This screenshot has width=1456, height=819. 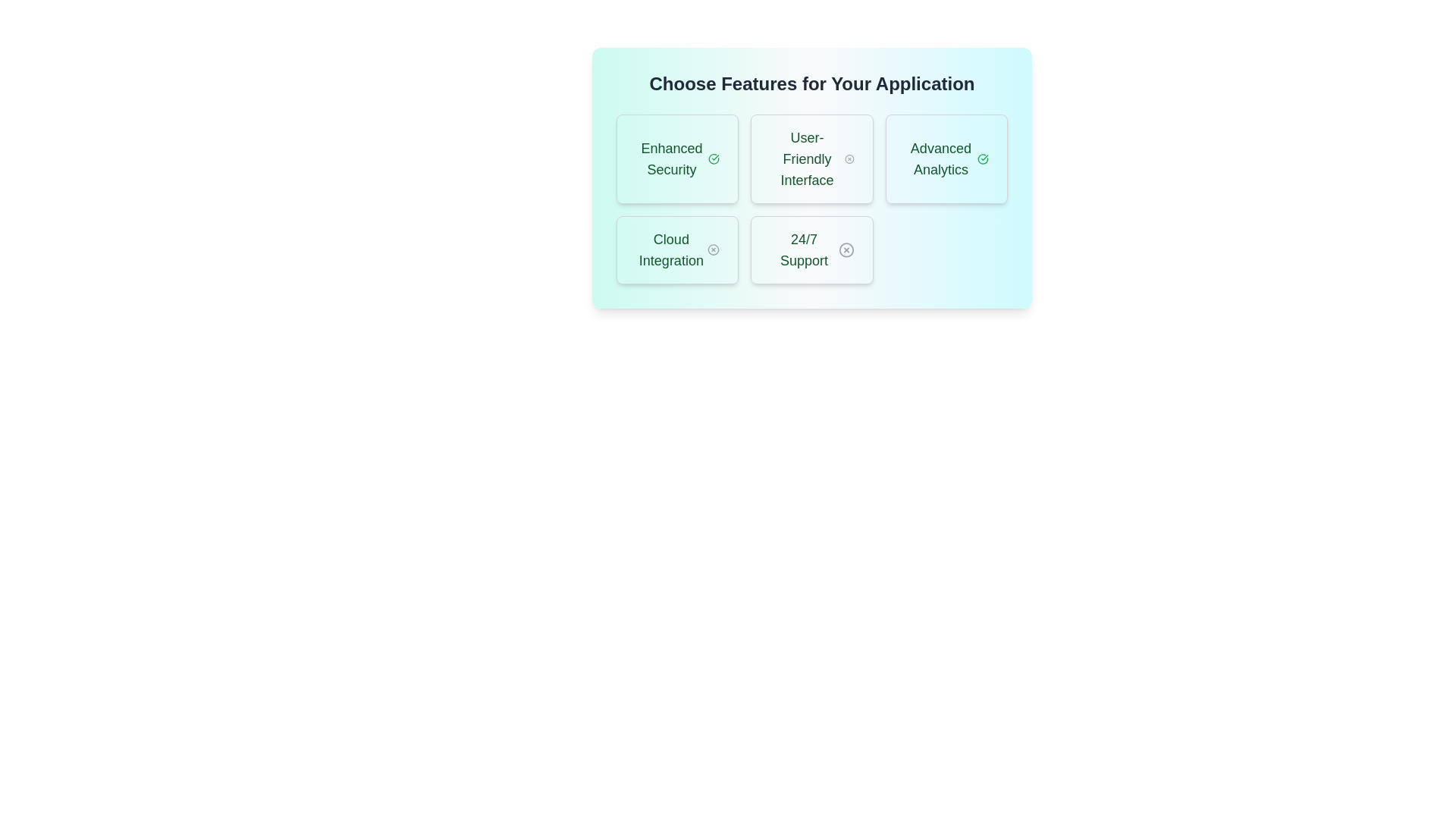 What do you see at coordinates (676, 249) in the screenshot?
I see `the feature Cloud Integration to trigger additional visual feedback` at bounding box center [676, 249].